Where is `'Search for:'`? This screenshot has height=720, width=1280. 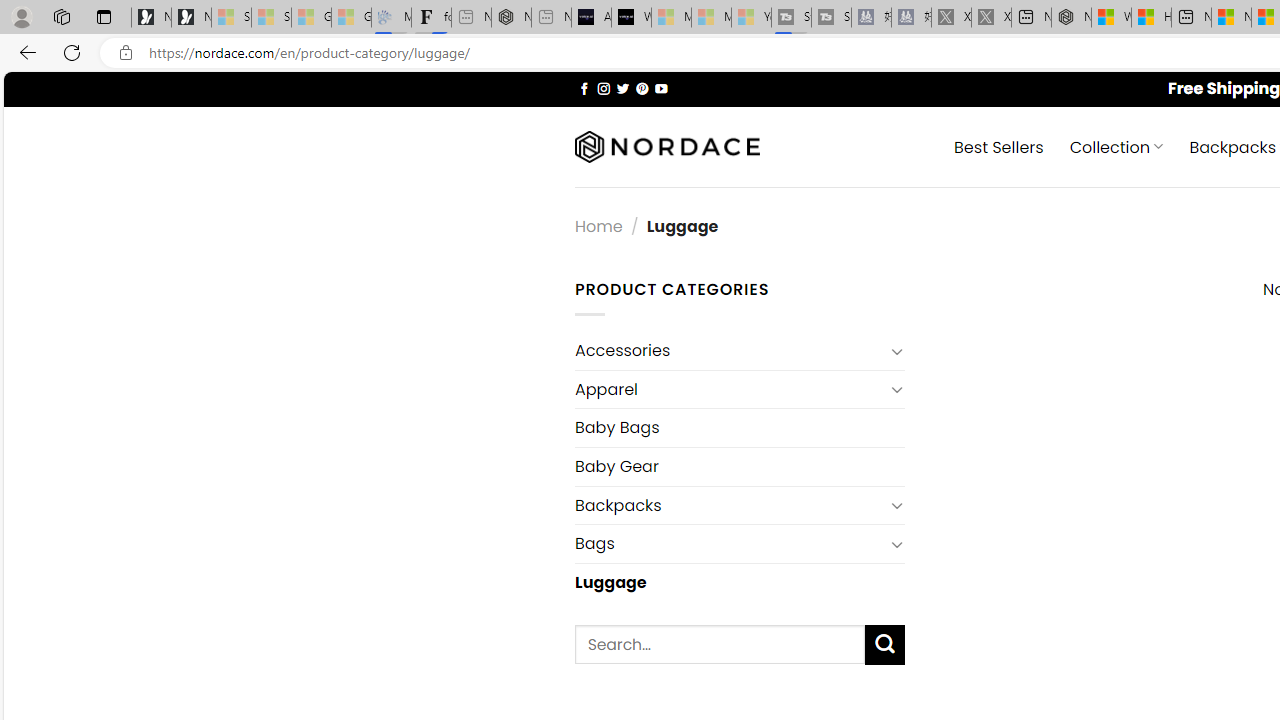 'Search for:' is located at coordinates (720, 645).